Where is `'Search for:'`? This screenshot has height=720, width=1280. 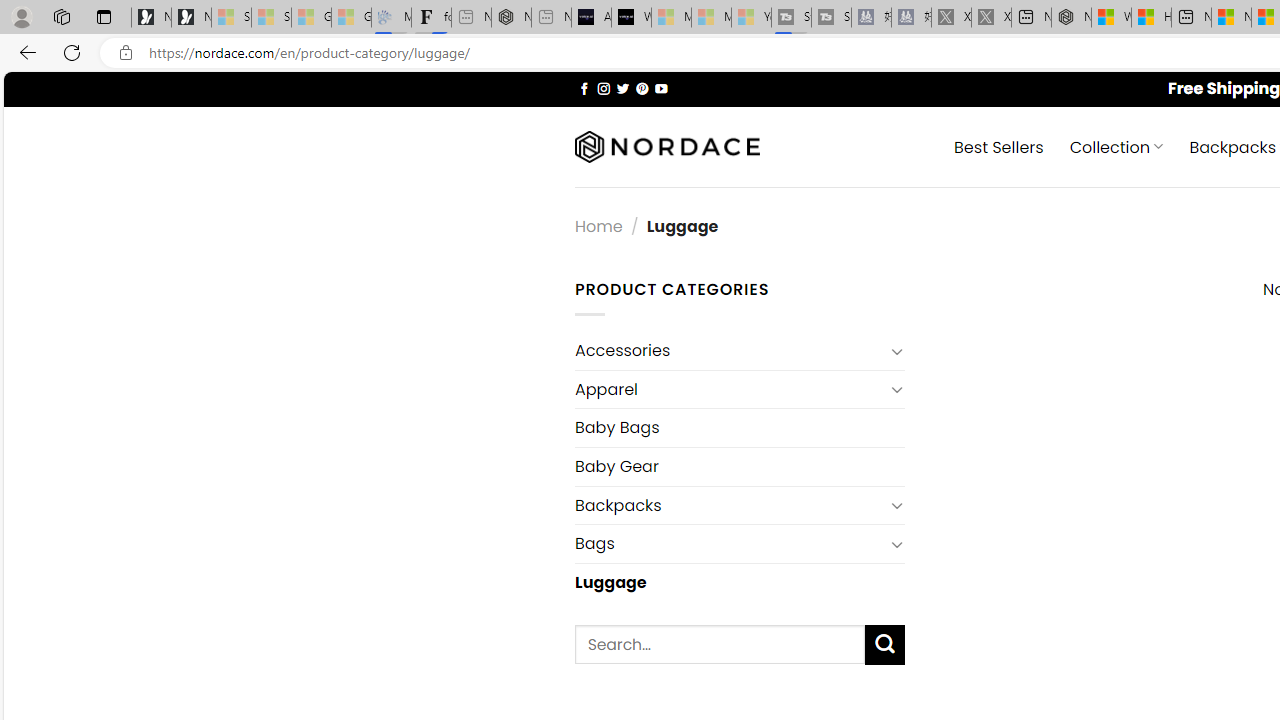 'Search for:' is located at coordinates (720, 645).